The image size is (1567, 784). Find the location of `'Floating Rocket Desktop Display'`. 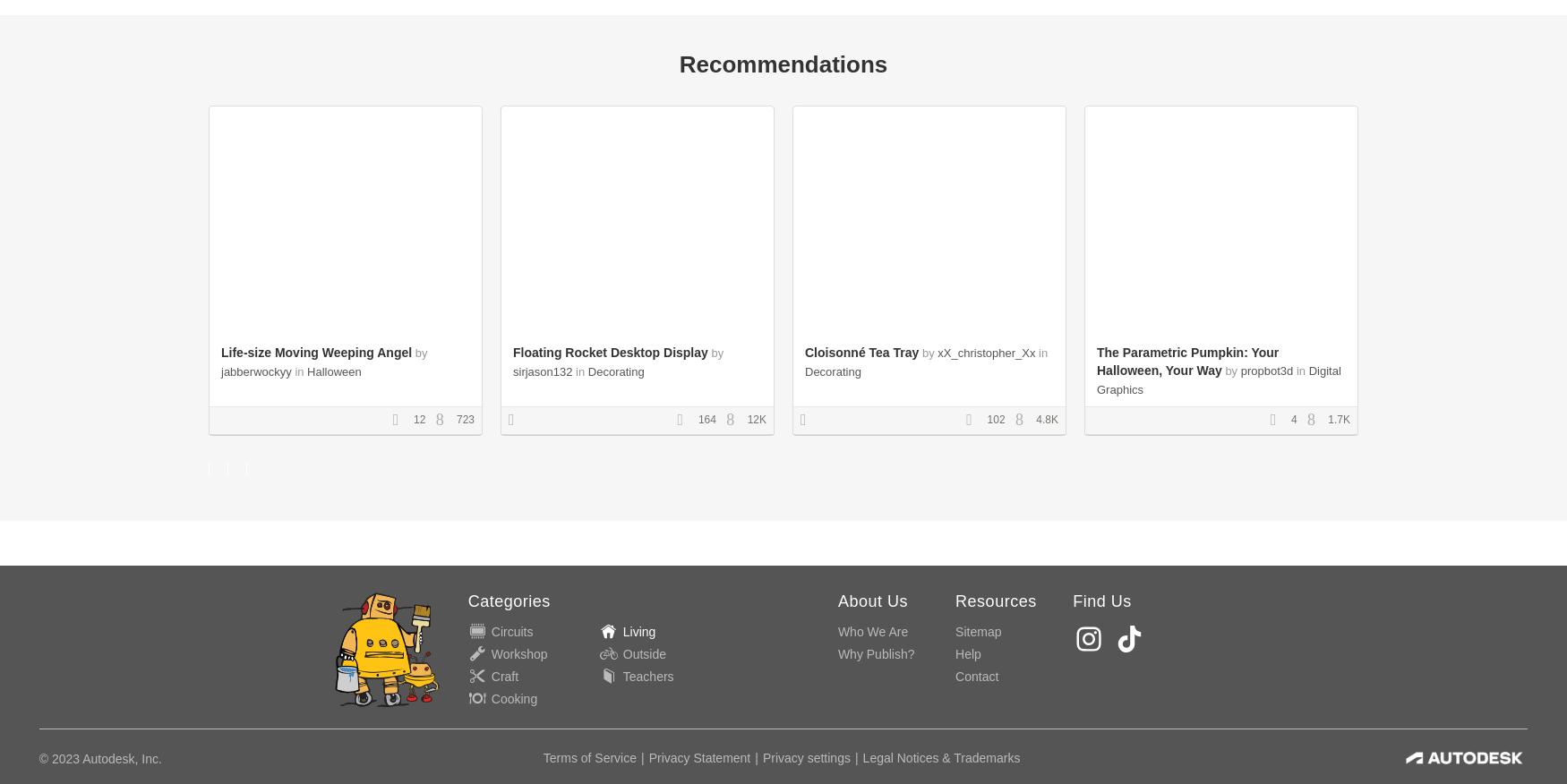

'Floating Rocket Desktop Display' is located at coordinates (609, 353).